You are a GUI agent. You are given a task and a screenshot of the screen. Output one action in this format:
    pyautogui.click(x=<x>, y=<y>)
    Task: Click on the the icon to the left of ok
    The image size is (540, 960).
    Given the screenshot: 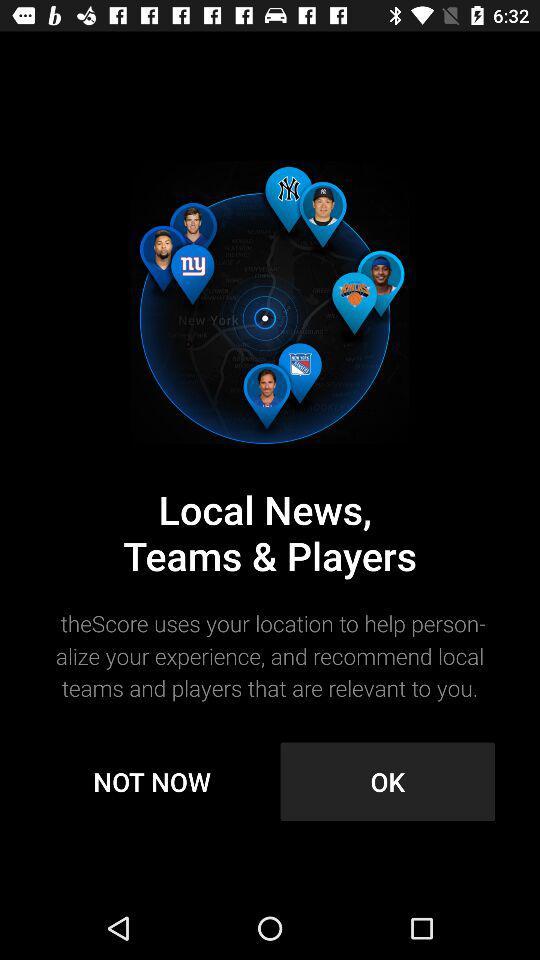 What is the action you would take?
    pyautogui.click(x=151, y=781)
    